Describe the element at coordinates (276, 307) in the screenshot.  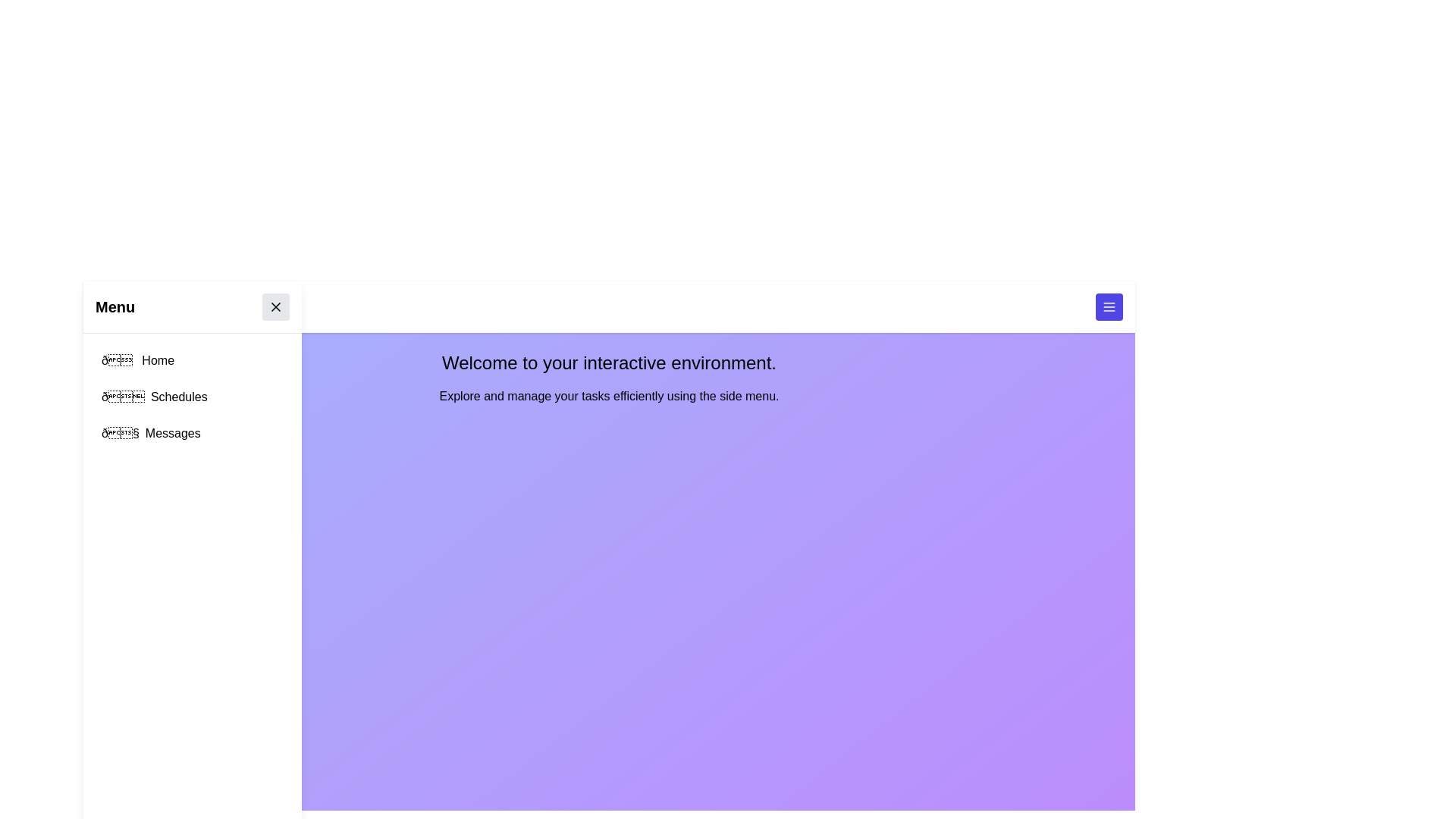
I see `the small, square button with rounded edges, which features a black 'X' icon, located at the top-right corner of the 'Menu' bar to observe its hover state` at that location.